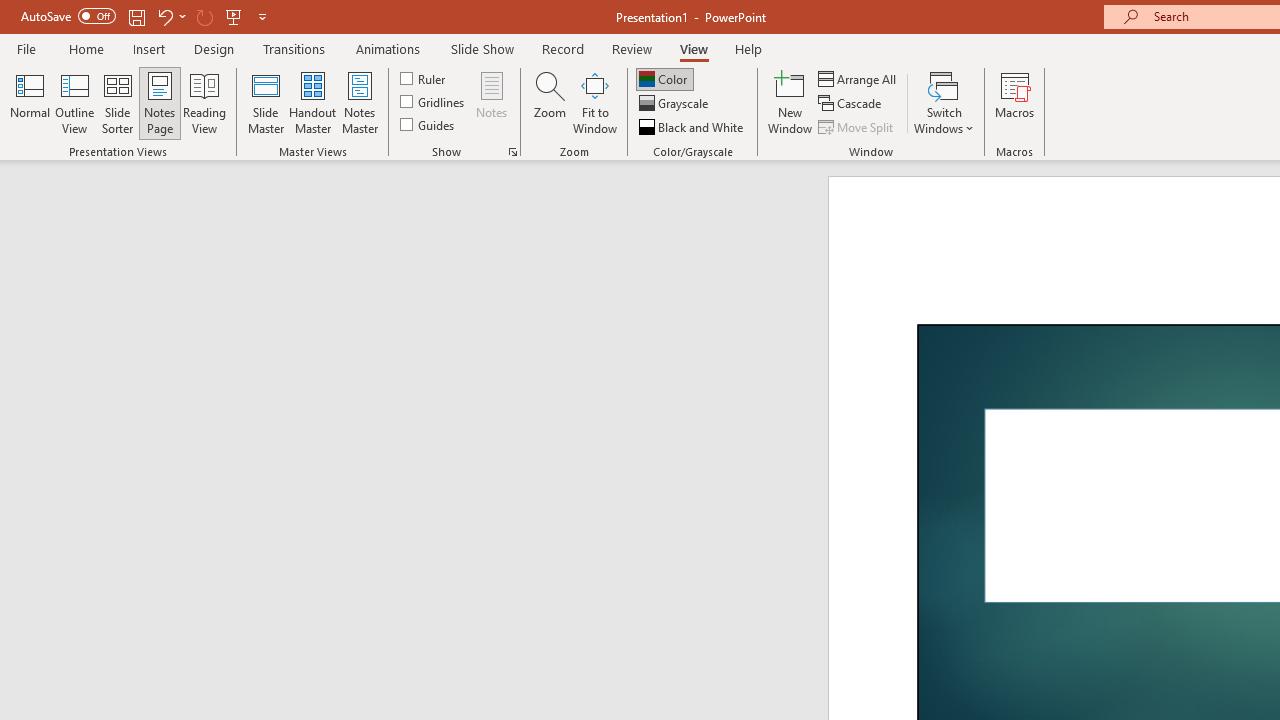  What do you see at coordinates (1015, 103) in the screenshot?
I see `'Macros'` at bounding box center [1015, 103].